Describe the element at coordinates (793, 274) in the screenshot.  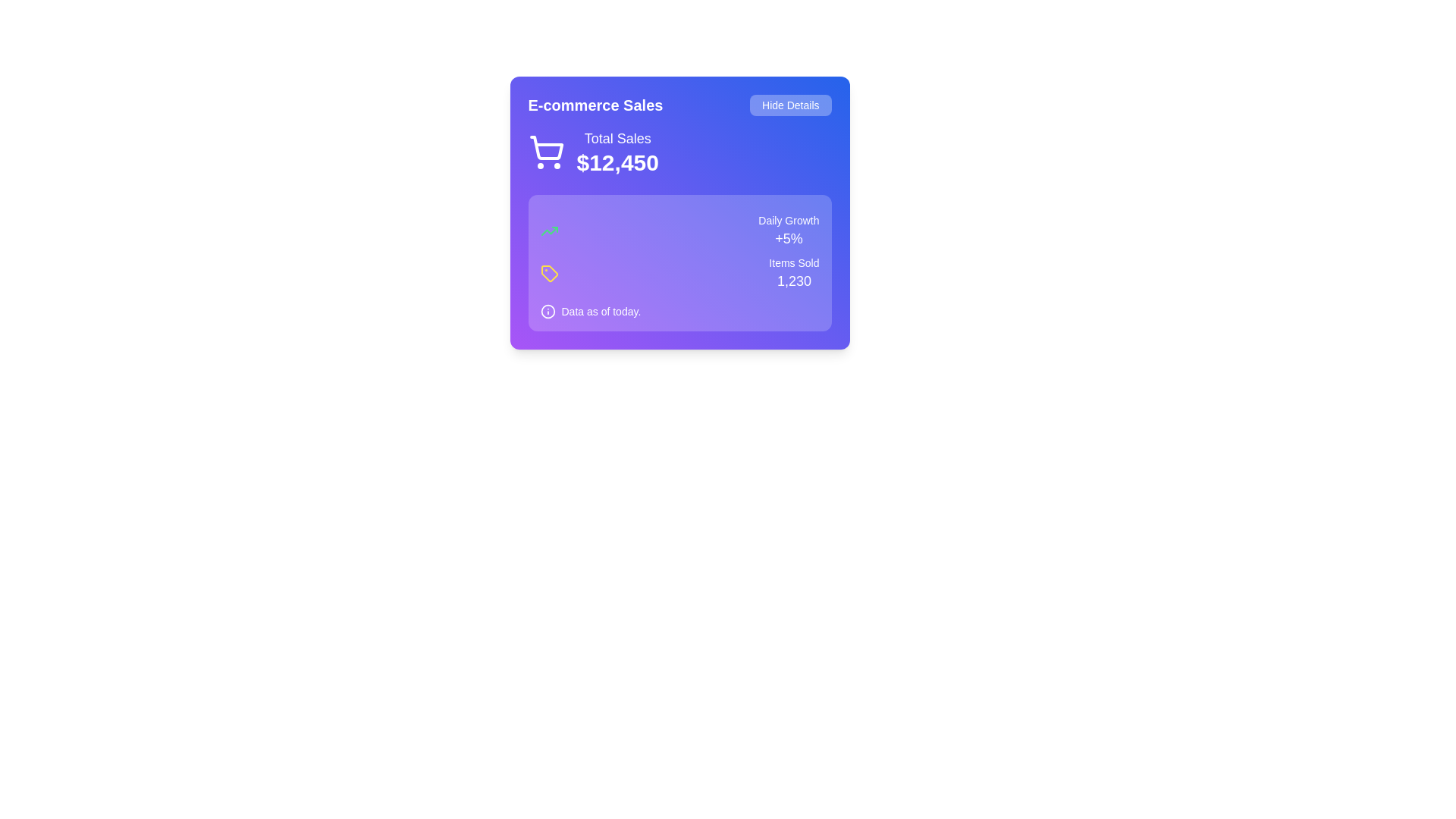
I see `the text block displaying the number of items sold, located in the bottom-right quadrant of the sales analytics interface, beneath the 'Daily Growth +5%' text and to the right of the yellow tag icon` at that location.